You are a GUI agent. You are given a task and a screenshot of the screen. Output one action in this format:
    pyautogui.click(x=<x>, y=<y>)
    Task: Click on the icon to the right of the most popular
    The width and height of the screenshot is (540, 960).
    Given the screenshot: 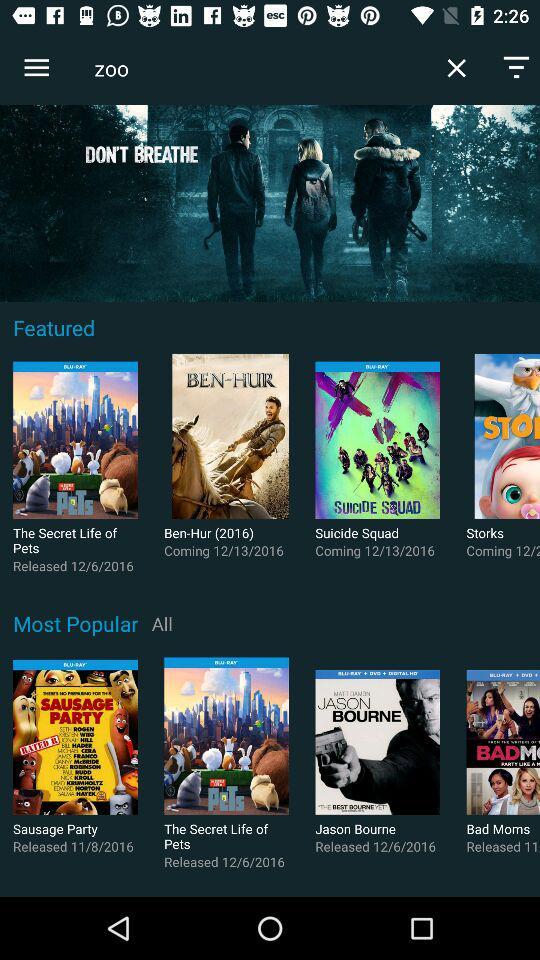 What is the action you would take?
    pyautogui.click(x=161, y=622)
    